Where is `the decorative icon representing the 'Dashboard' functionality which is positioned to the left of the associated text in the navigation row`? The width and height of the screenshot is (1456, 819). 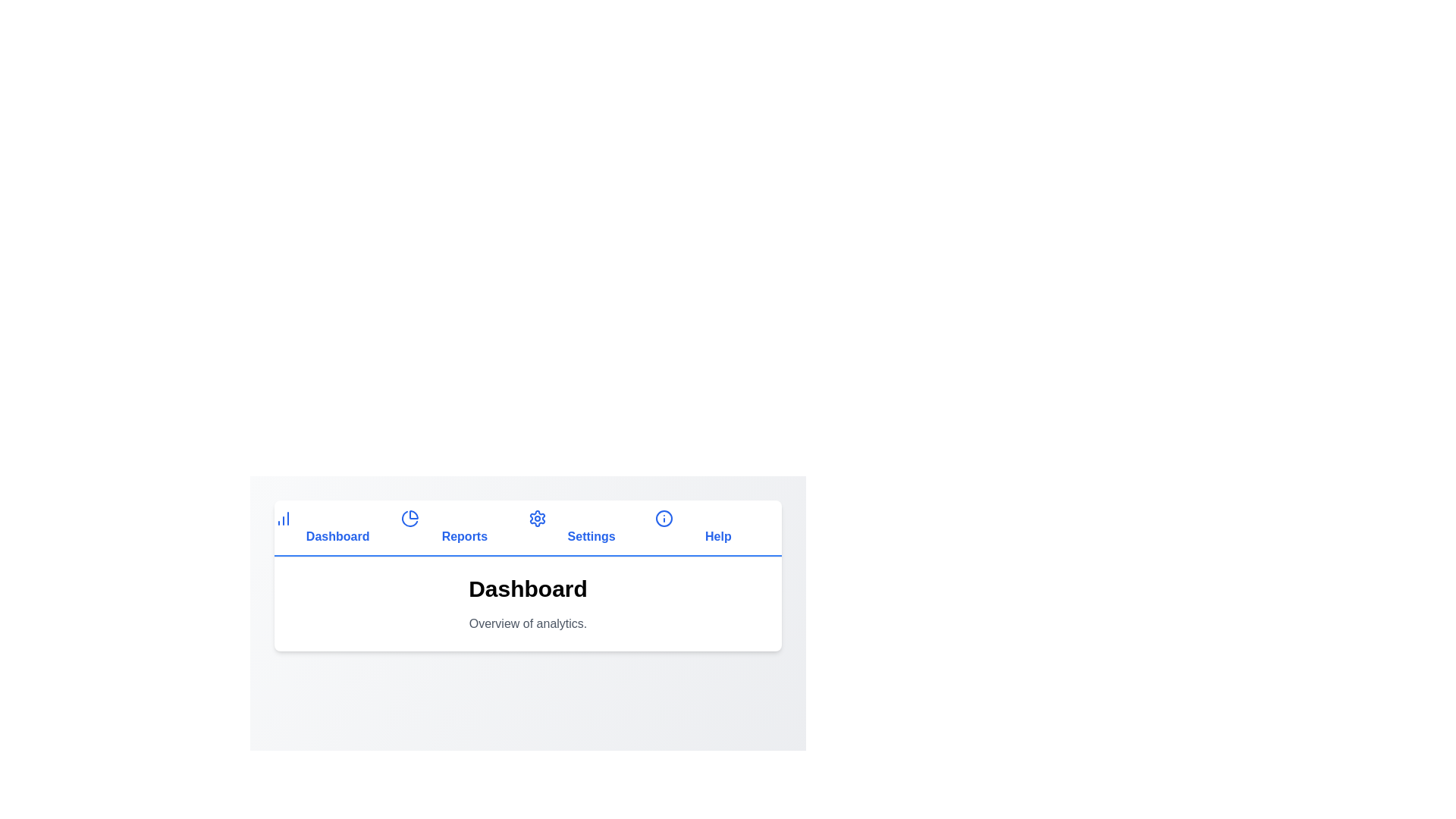
the decorative icon representing the 'Dashboard' functionality which is positioned to the left of the associated text in the navigation row is located at coordinates (284, 517).